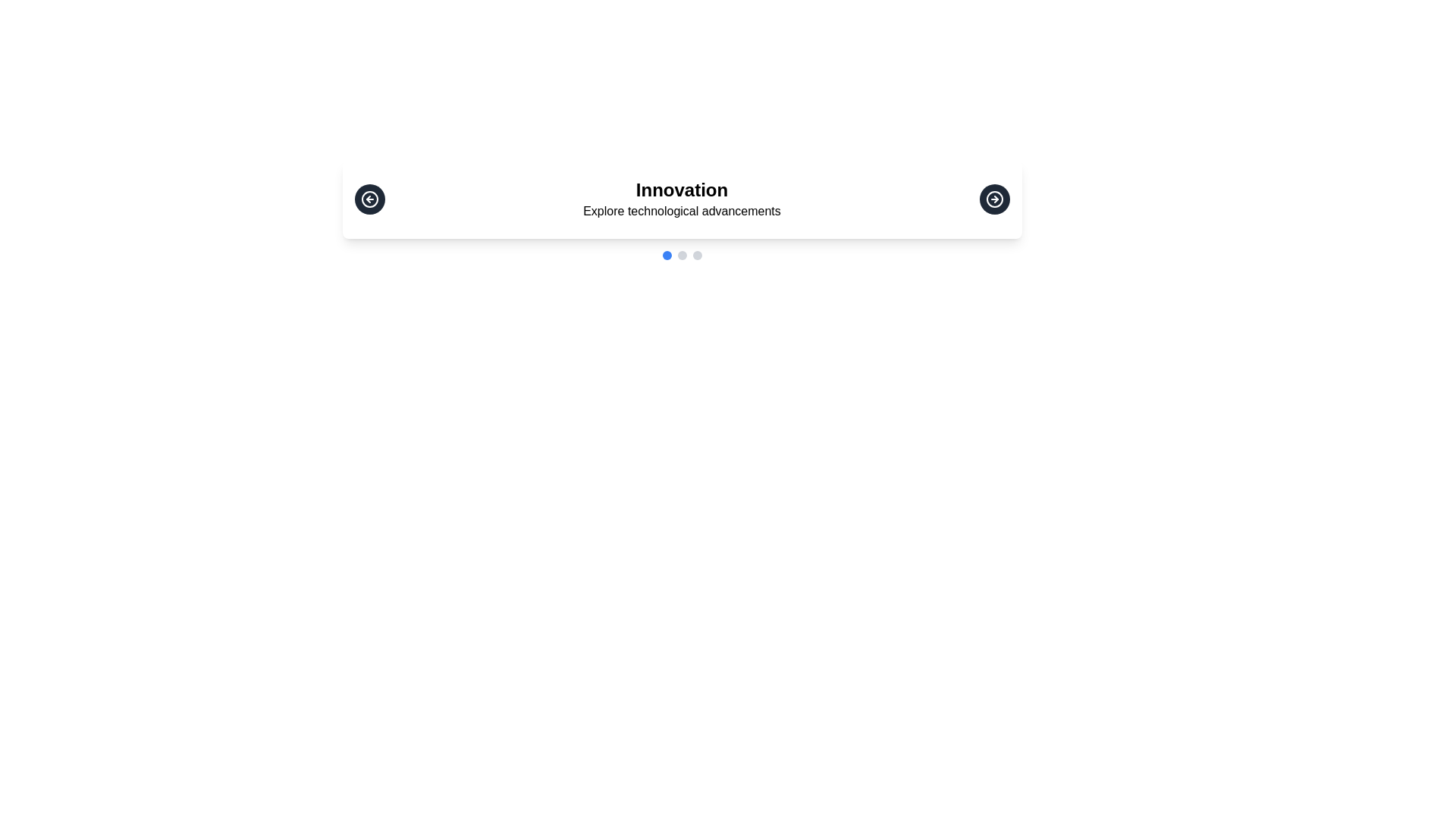  I want to click on the circular graphical element within the SVG that serves a navigational or decorative purpose, located on the far left side of the card layout, so click(369, 198).